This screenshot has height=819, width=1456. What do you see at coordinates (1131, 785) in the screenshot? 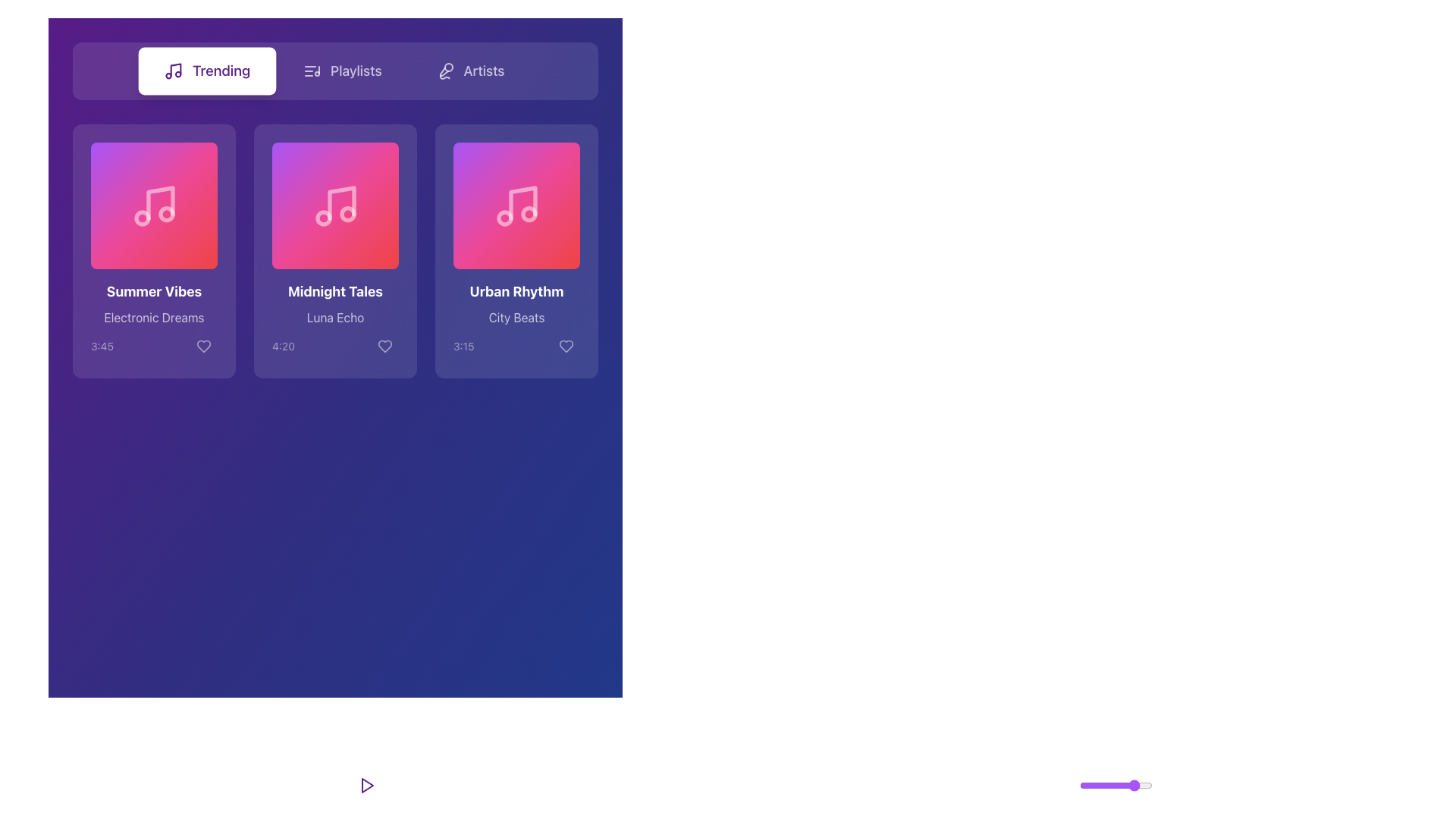
I see `the slider` at bounding box center [1131, 785].